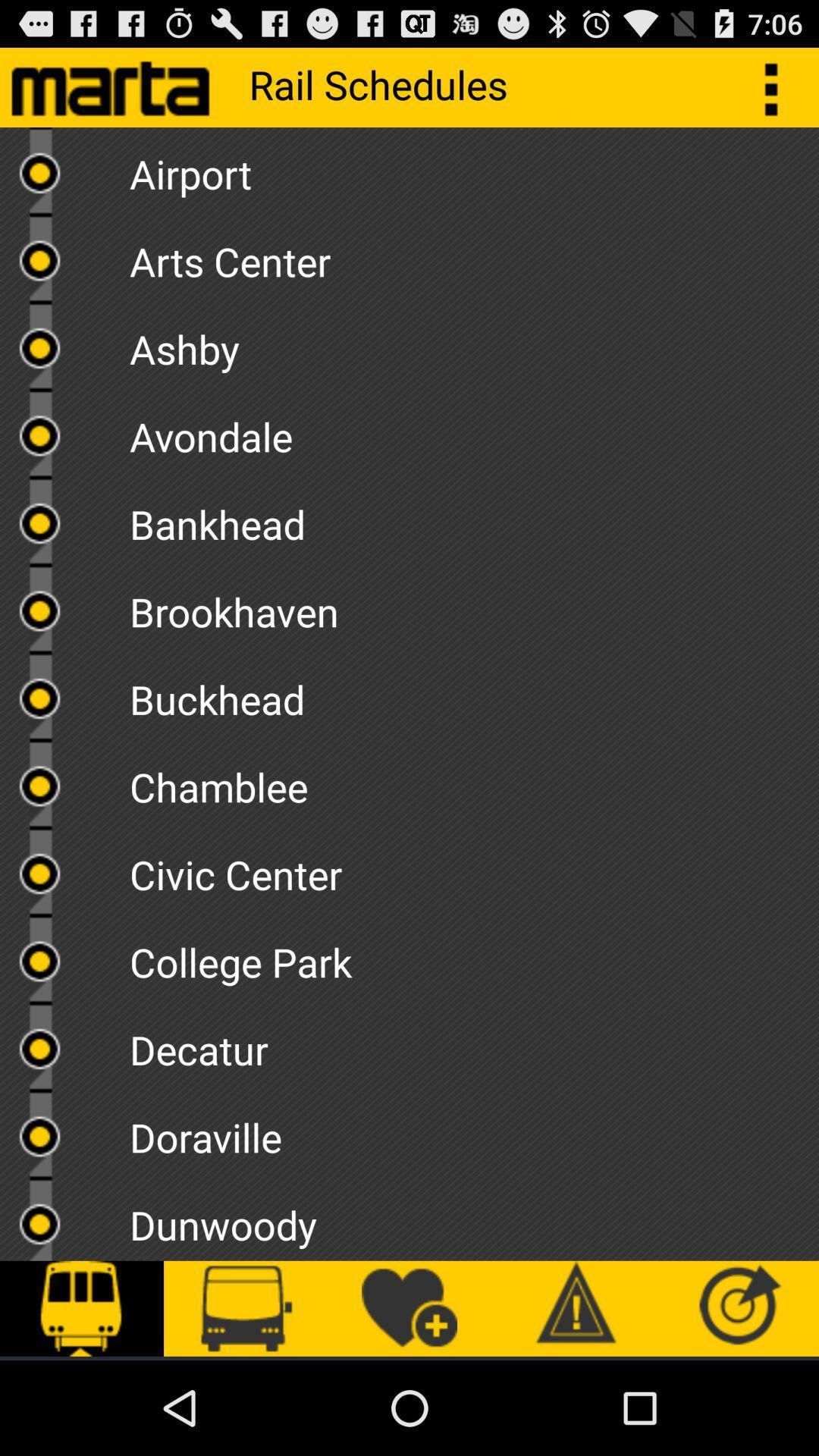 This screenshot has height=1456, width=819. Describe the element at coordinates (473, 1219) in the screenshot. I see `dunwoody icon` at that location.